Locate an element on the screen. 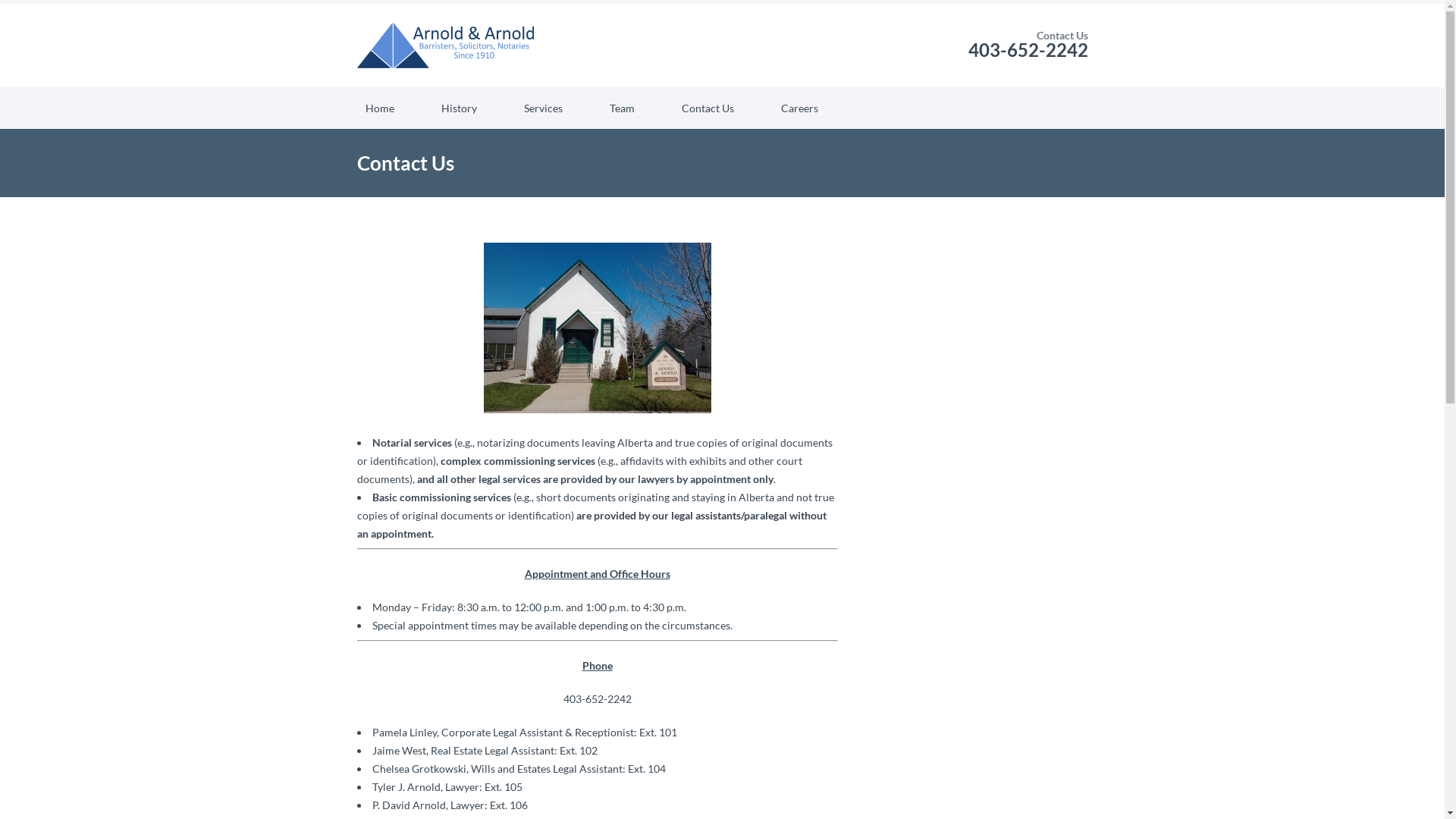  '403-652-2242' is located at coordinates (1027, 49).